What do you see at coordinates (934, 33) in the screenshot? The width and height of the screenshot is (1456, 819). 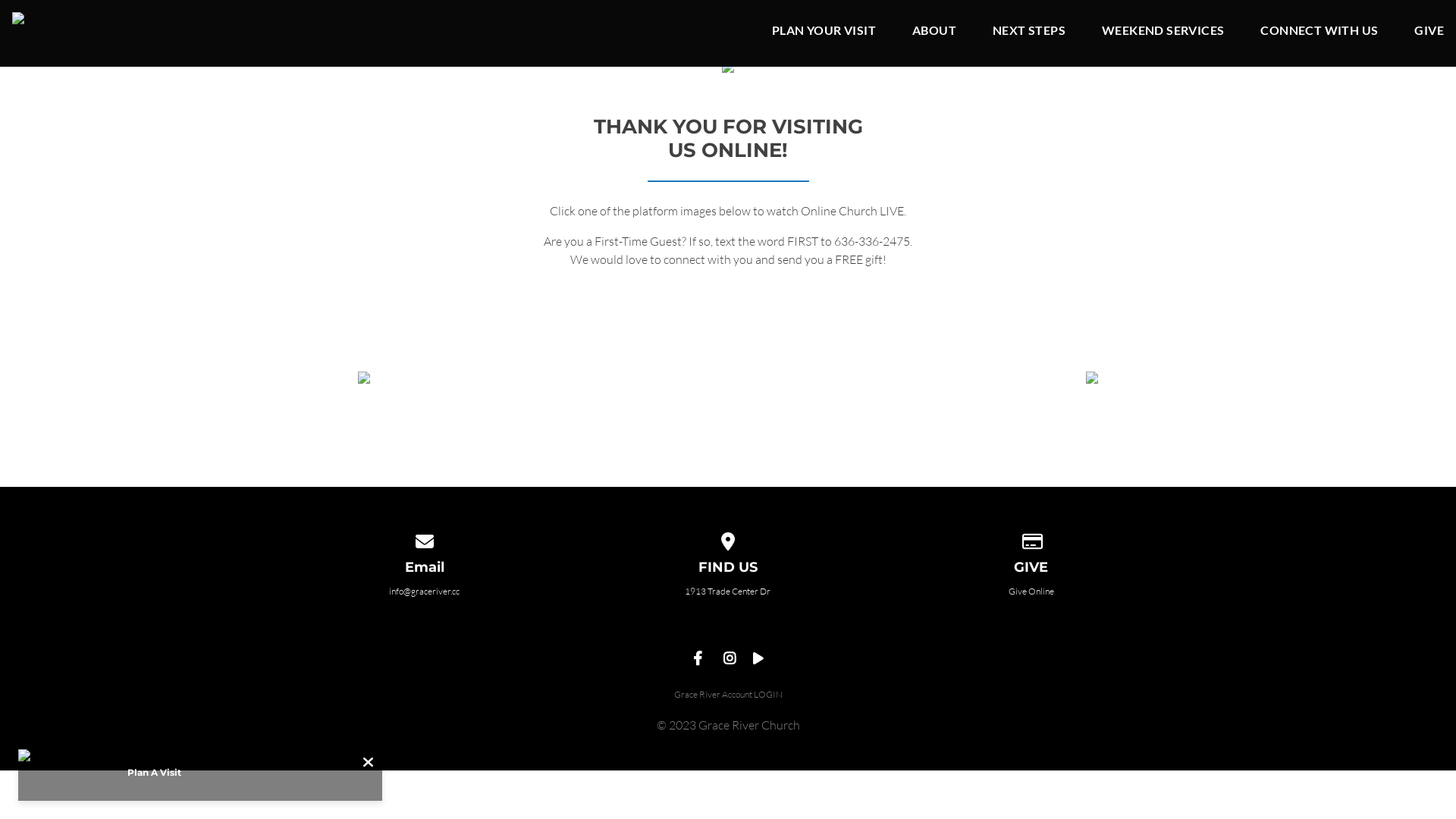 I see `'ABOUT'` at bounding box center [934, 33].